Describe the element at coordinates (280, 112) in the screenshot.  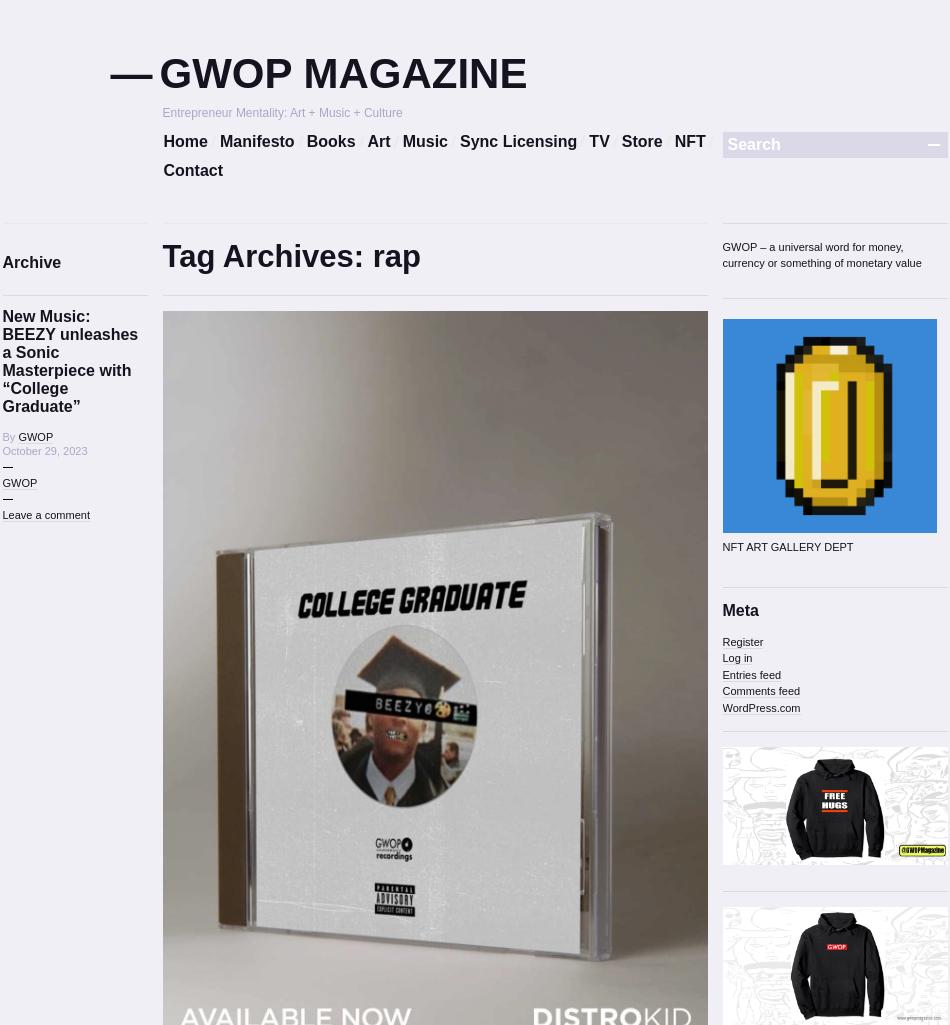
I see `'Entrepreneur Mentality: Art + Music + Culture'` at that location.